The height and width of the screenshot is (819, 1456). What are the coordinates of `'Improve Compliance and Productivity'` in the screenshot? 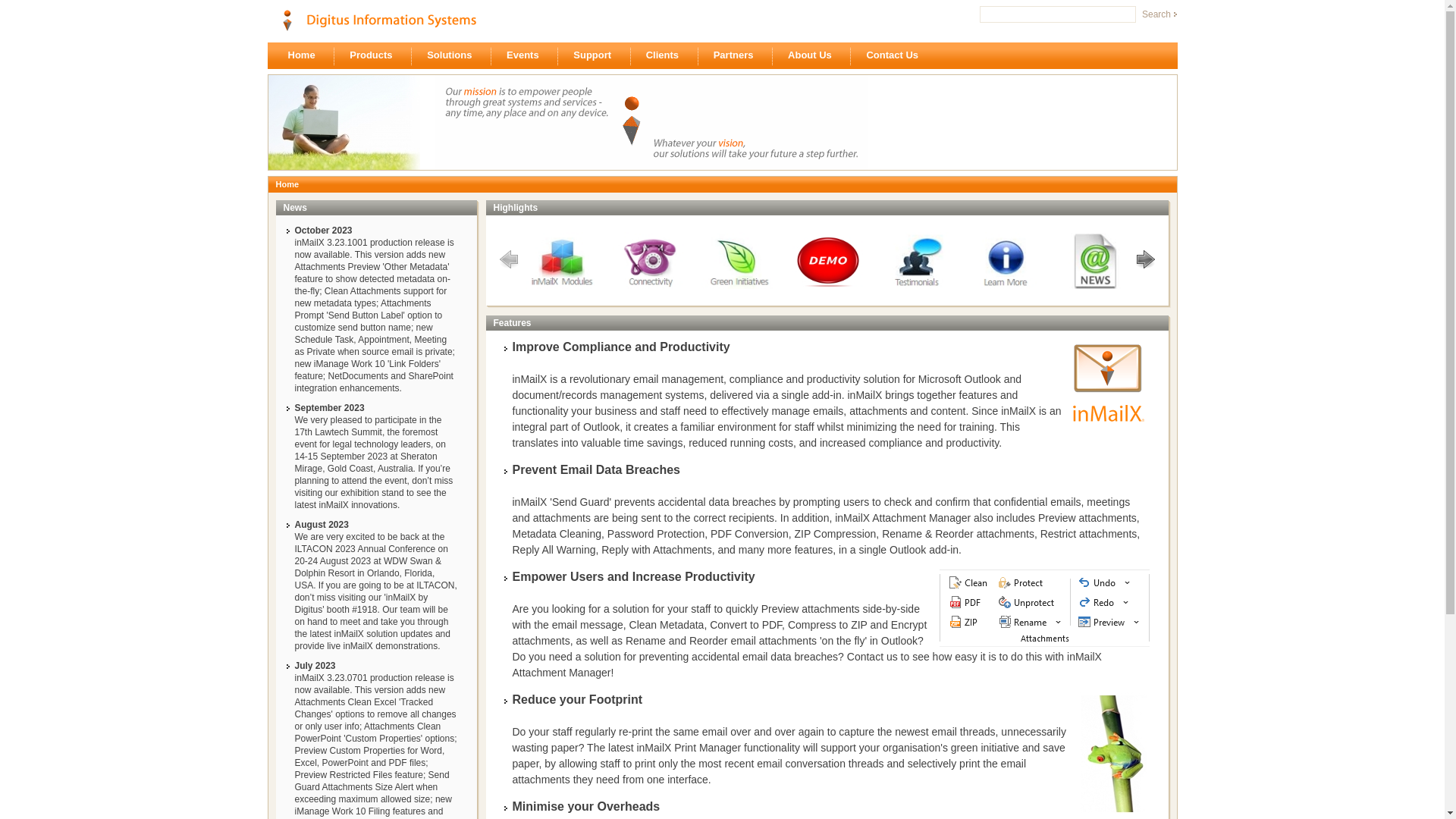 It's located at (621, 347).